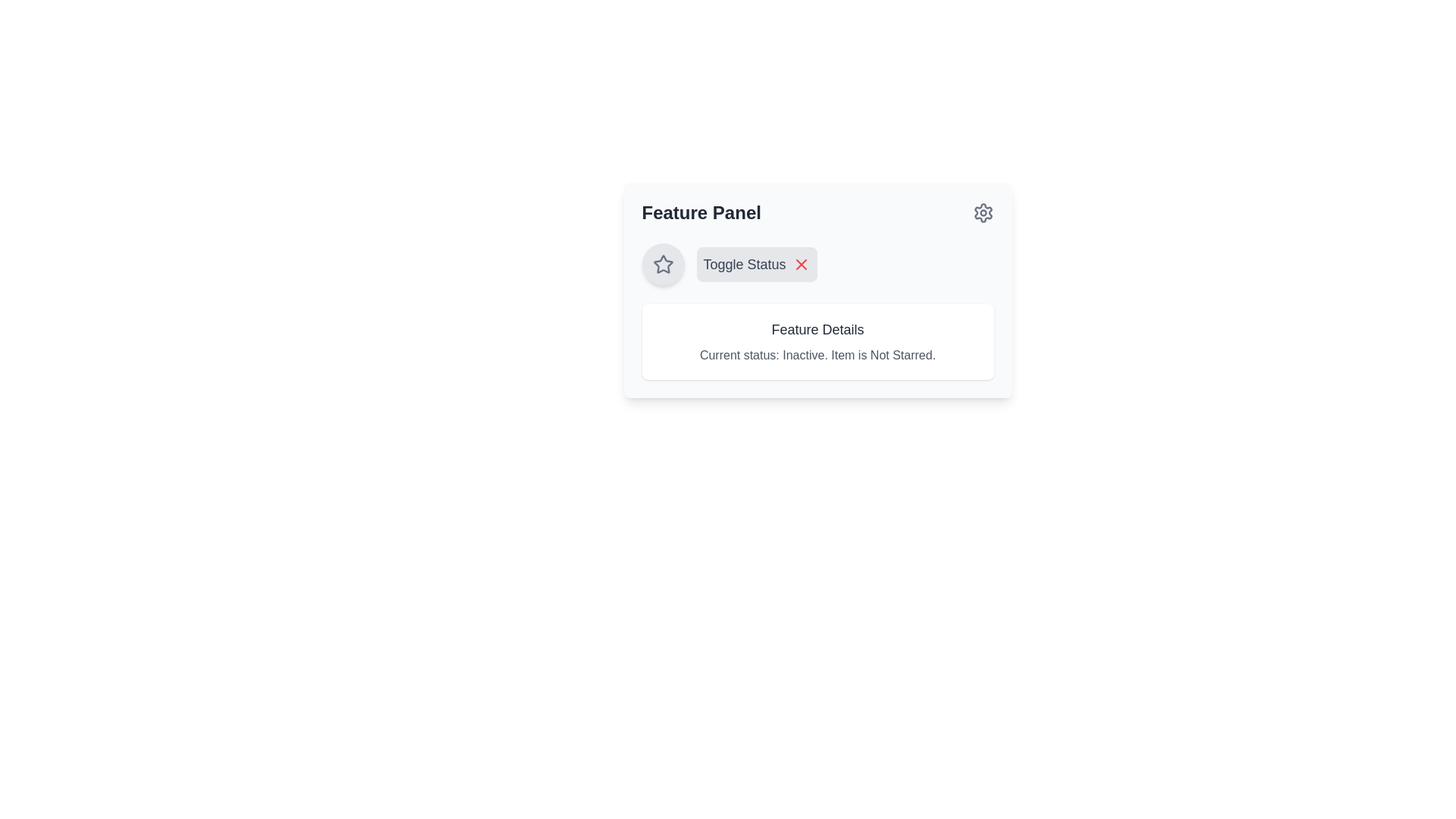 The image size is (1456, 819). I want to click on the gray gear icon located, so click(983, 213).